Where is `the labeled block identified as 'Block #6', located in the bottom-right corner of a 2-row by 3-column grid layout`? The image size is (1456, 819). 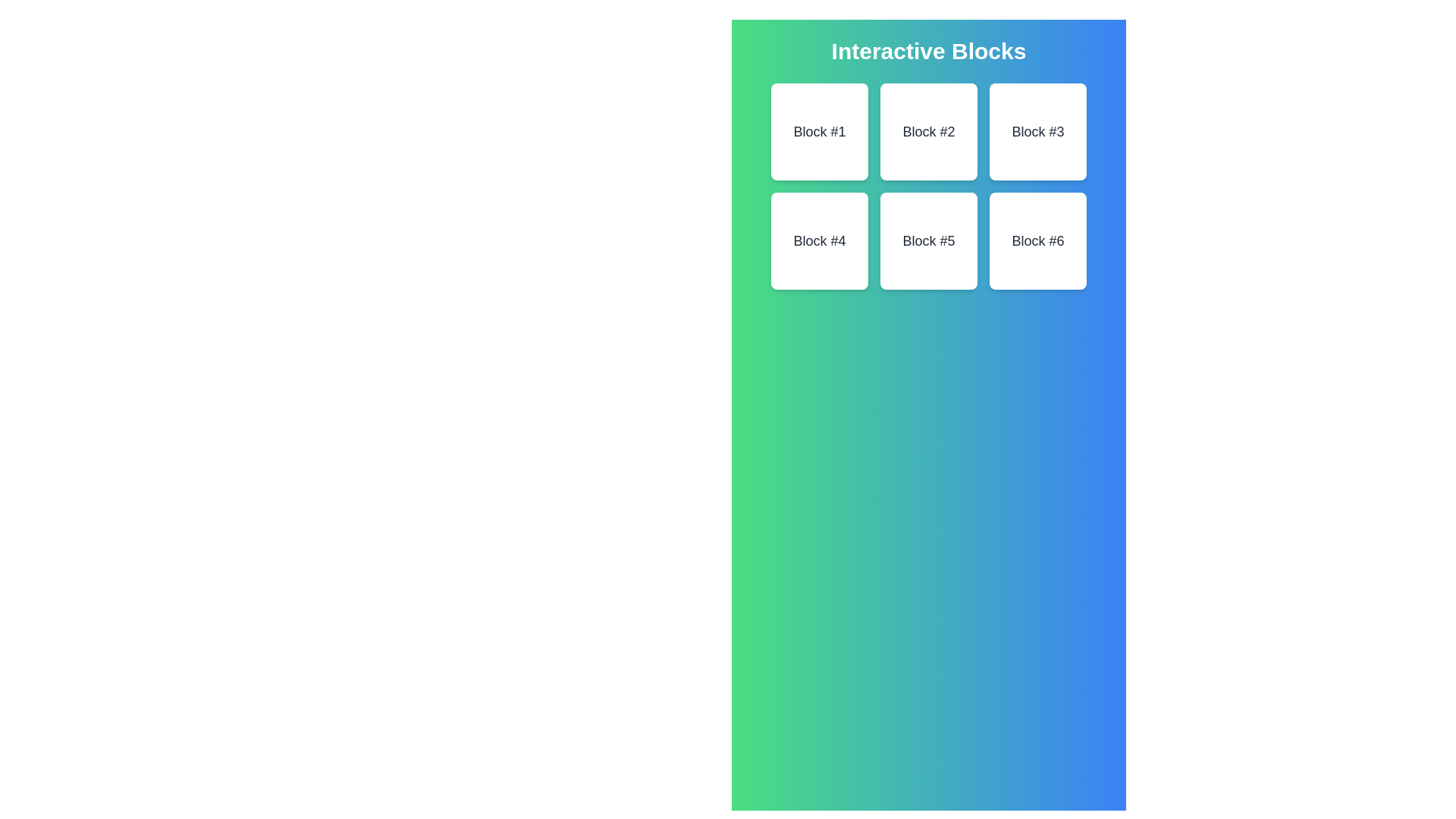 the labeled block identified as 'Block #6', located in the bottom-right corner of a 2-row by 3-column grid layout is located at coordinates (1037, 240).